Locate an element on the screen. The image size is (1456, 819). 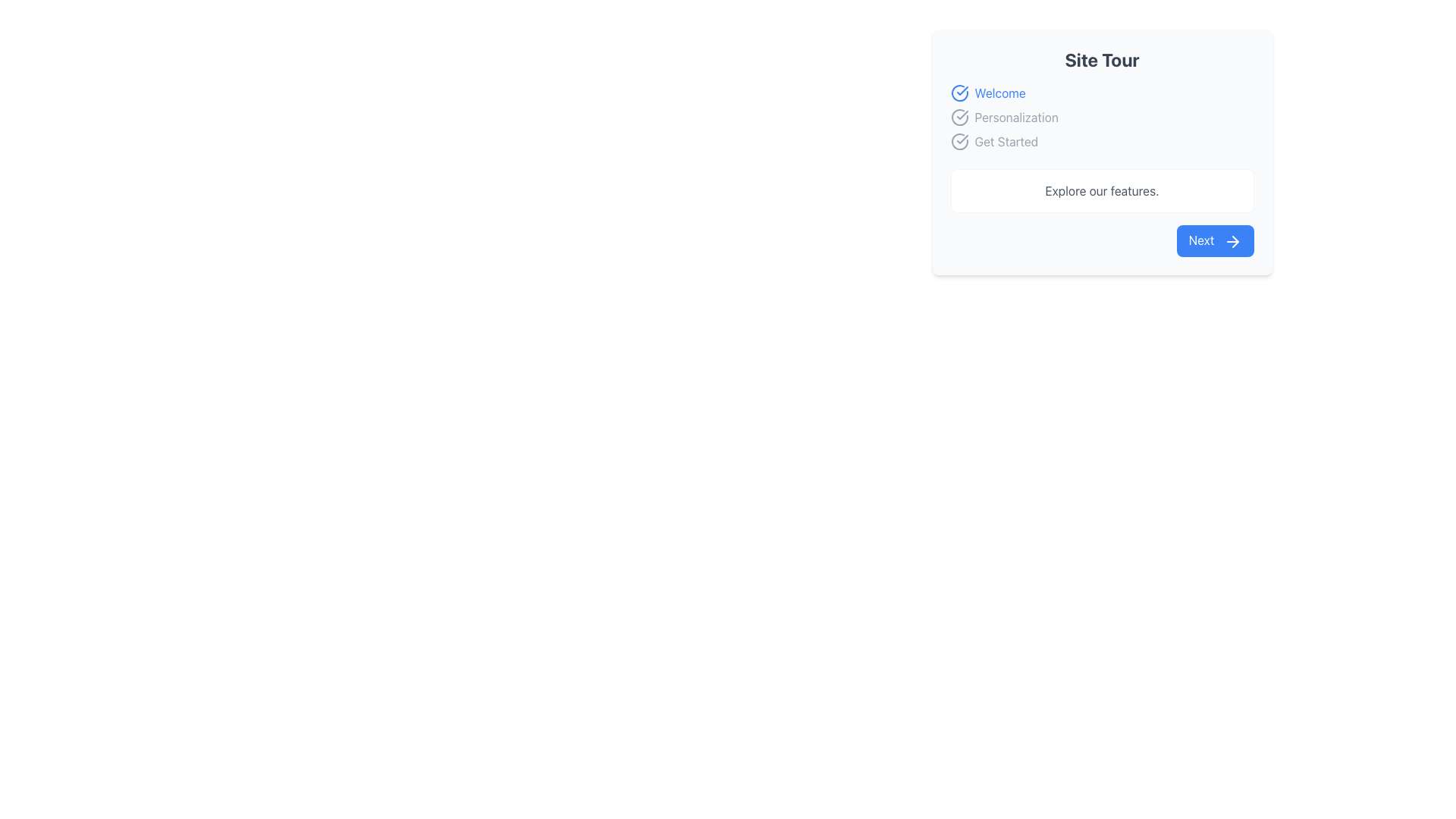
the checkmark icon with a circular outline located to the left of the 'Get Started' text in the Site Tour progress tracker interface is located at coordinates (959, 141).